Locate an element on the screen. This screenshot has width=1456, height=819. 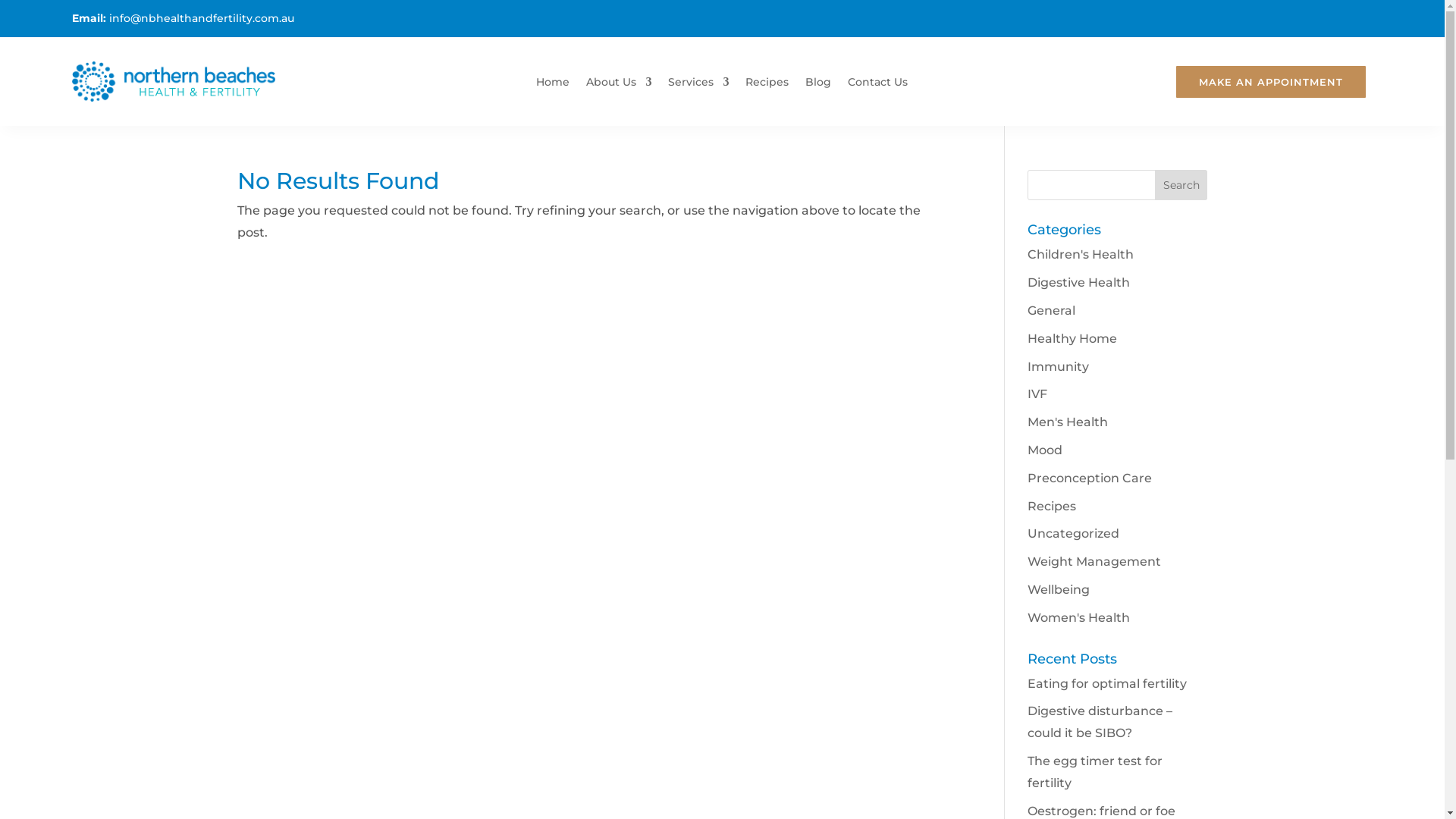
'Recipes' is located at coordinates (1051, 506).